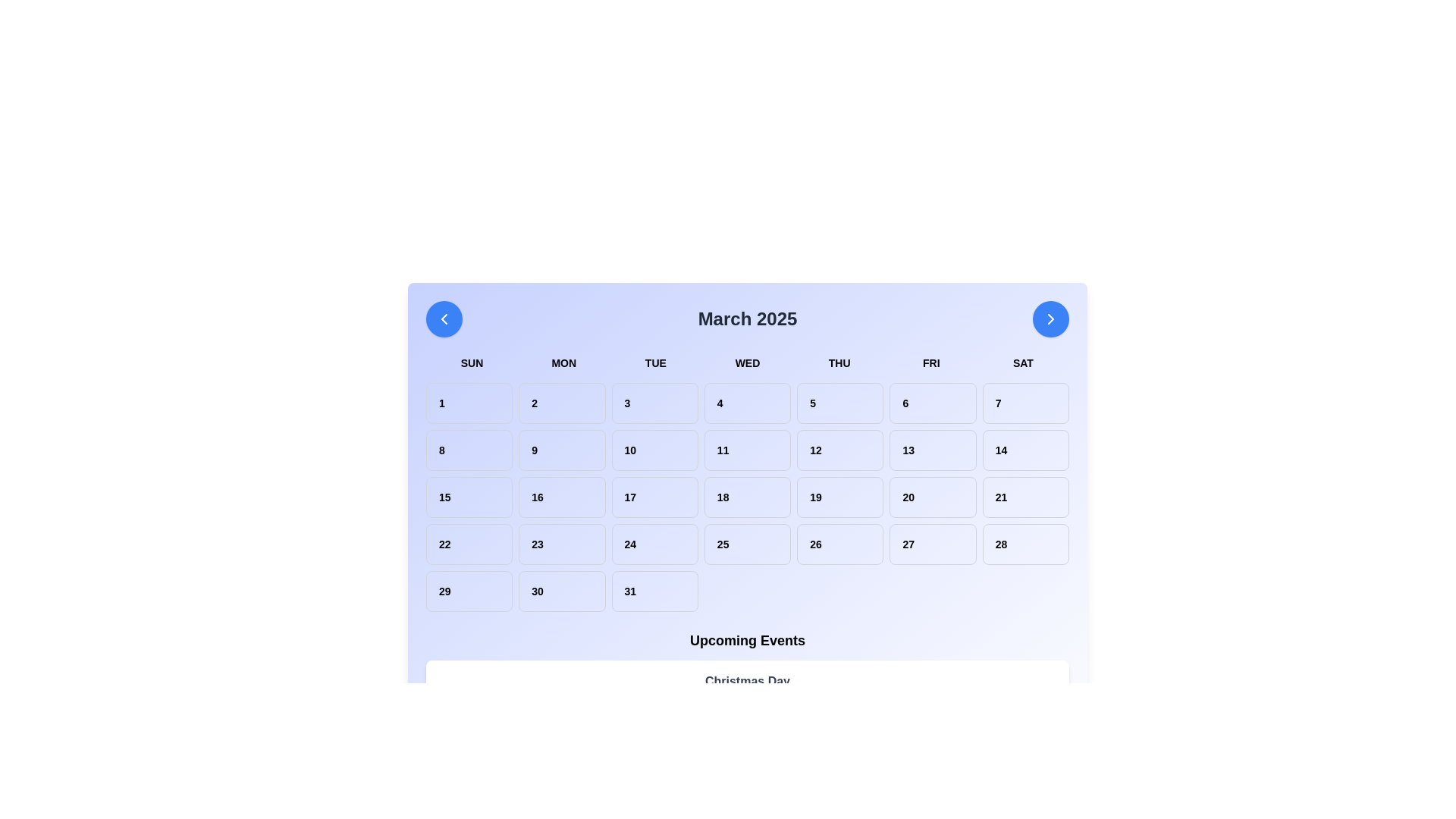  Describe the element at coordinates (1025, 543) in the screenshot. I see `the text value displayed in the small text label showing the number '28', which is bold and centrally aligned within the date box for '28' in the calendar interface` at that location.